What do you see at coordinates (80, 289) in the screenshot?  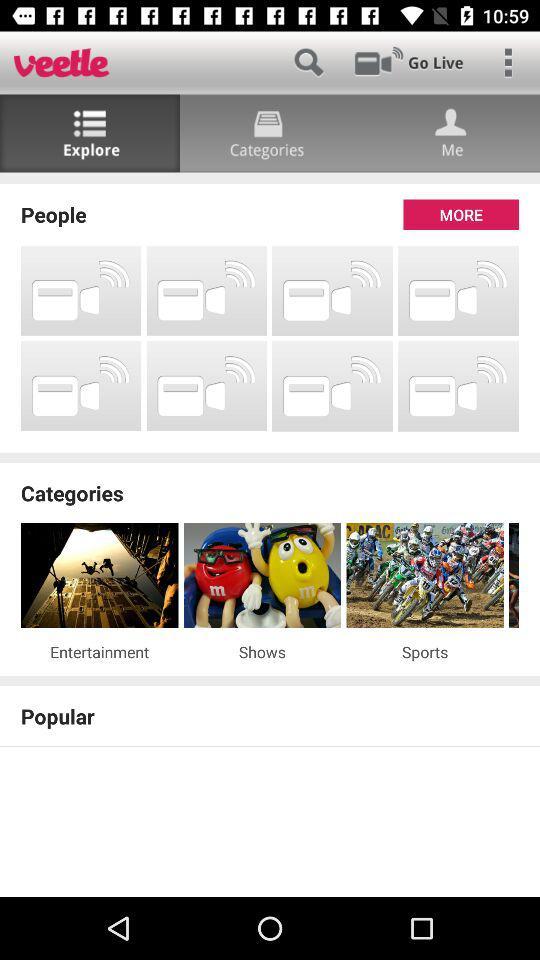 I see `app below people item` at bounding box center [80, 289].